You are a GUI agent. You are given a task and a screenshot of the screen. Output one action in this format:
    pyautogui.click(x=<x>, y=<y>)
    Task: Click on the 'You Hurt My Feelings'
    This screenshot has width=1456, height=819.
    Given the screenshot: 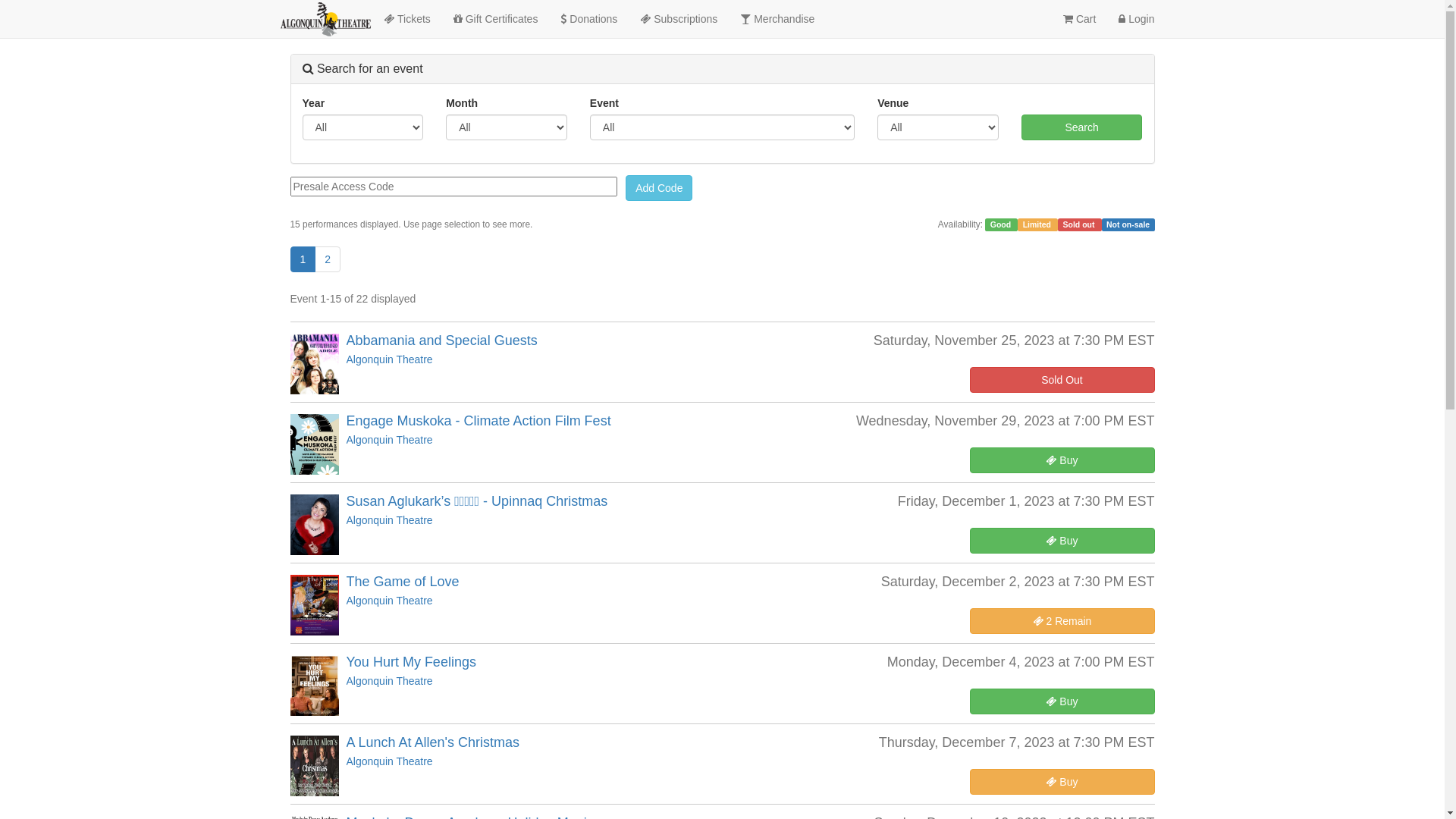 What is the action you would take?
    pyautogui.click(x=410, y=661)
    